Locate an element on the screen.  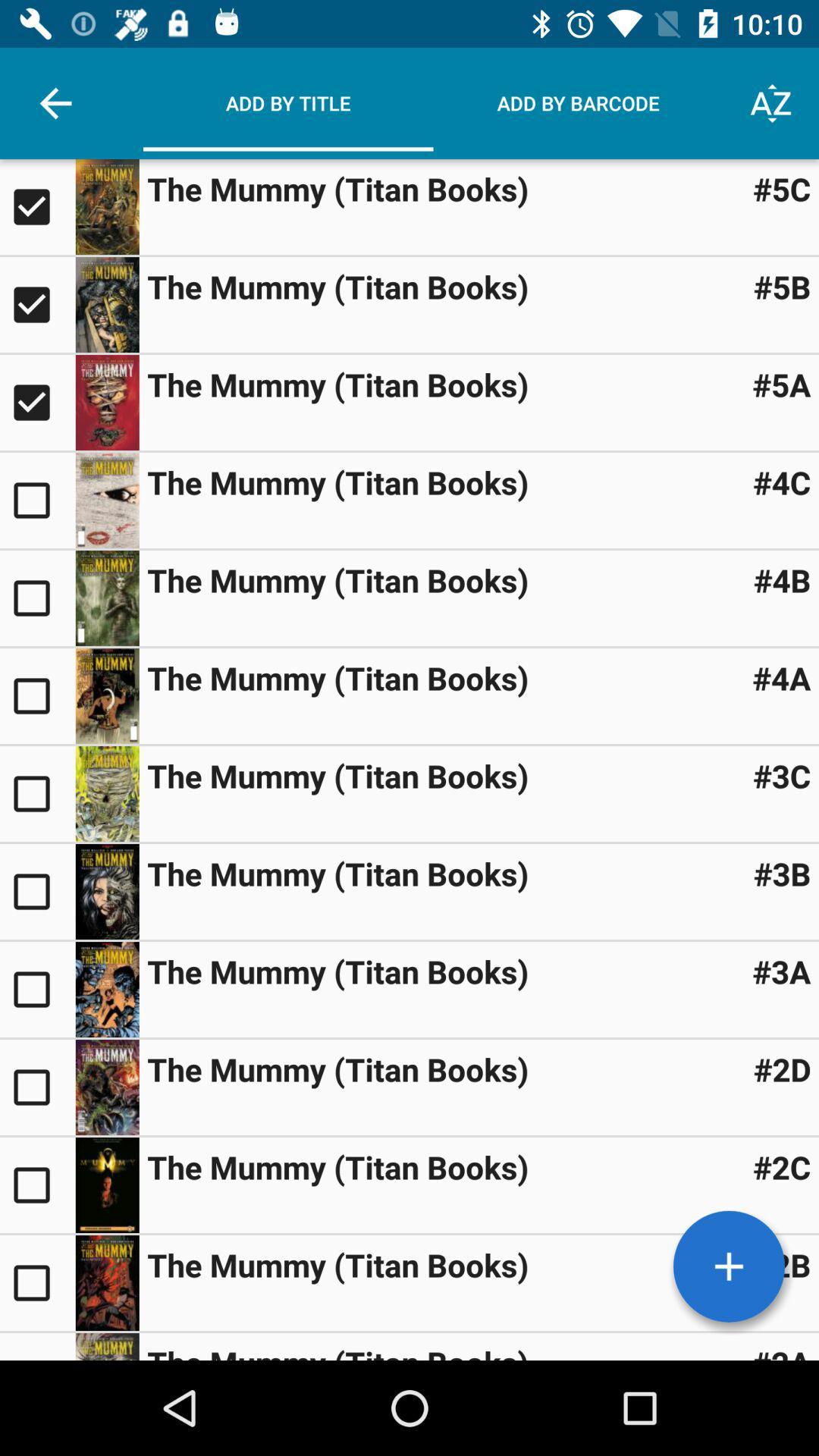
thumbnail image icon is located at coordinates (106, 1087).